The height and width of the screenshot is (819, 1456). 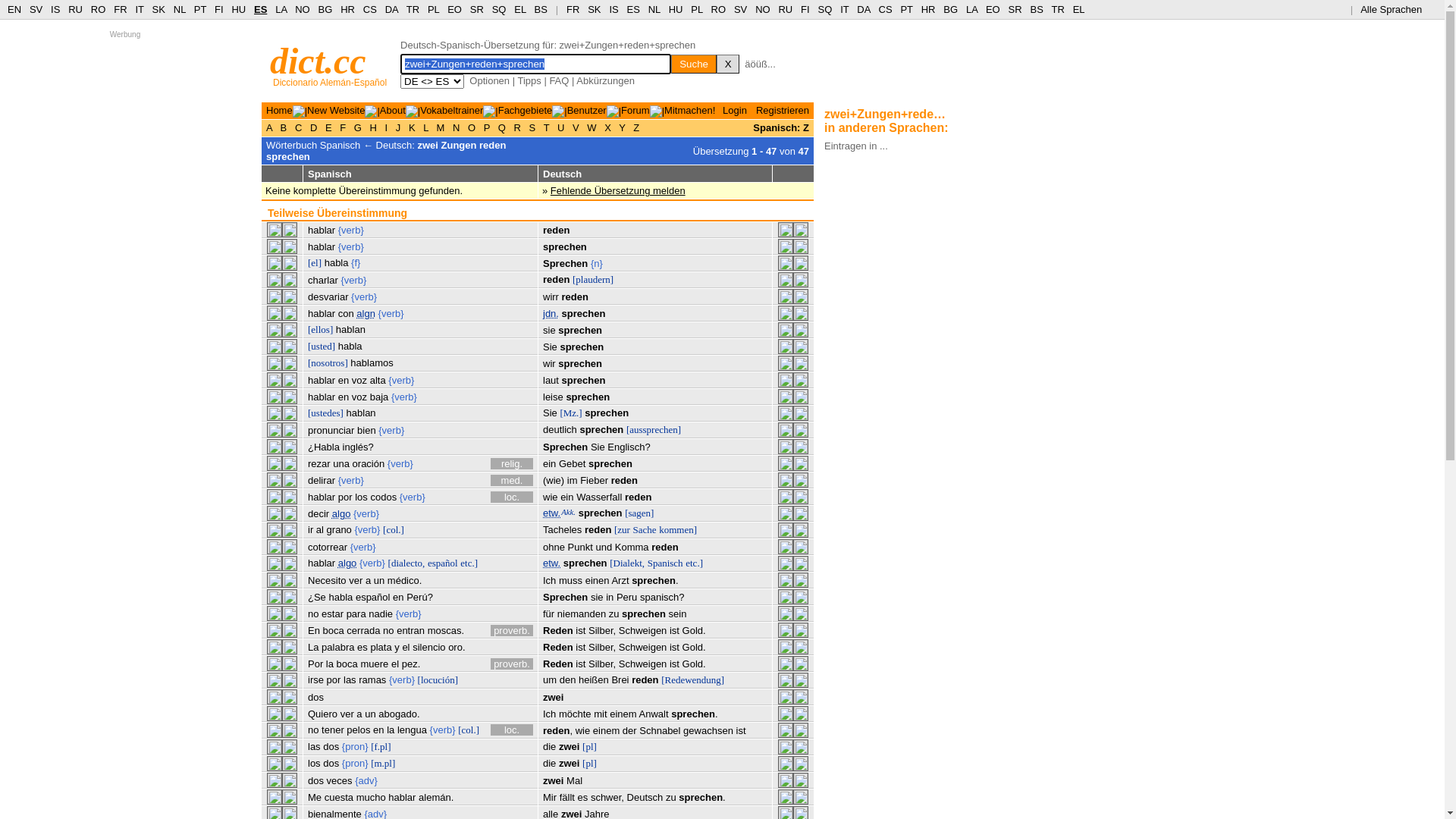 I want to click on 'etc.]', so click(x=693, y=563).